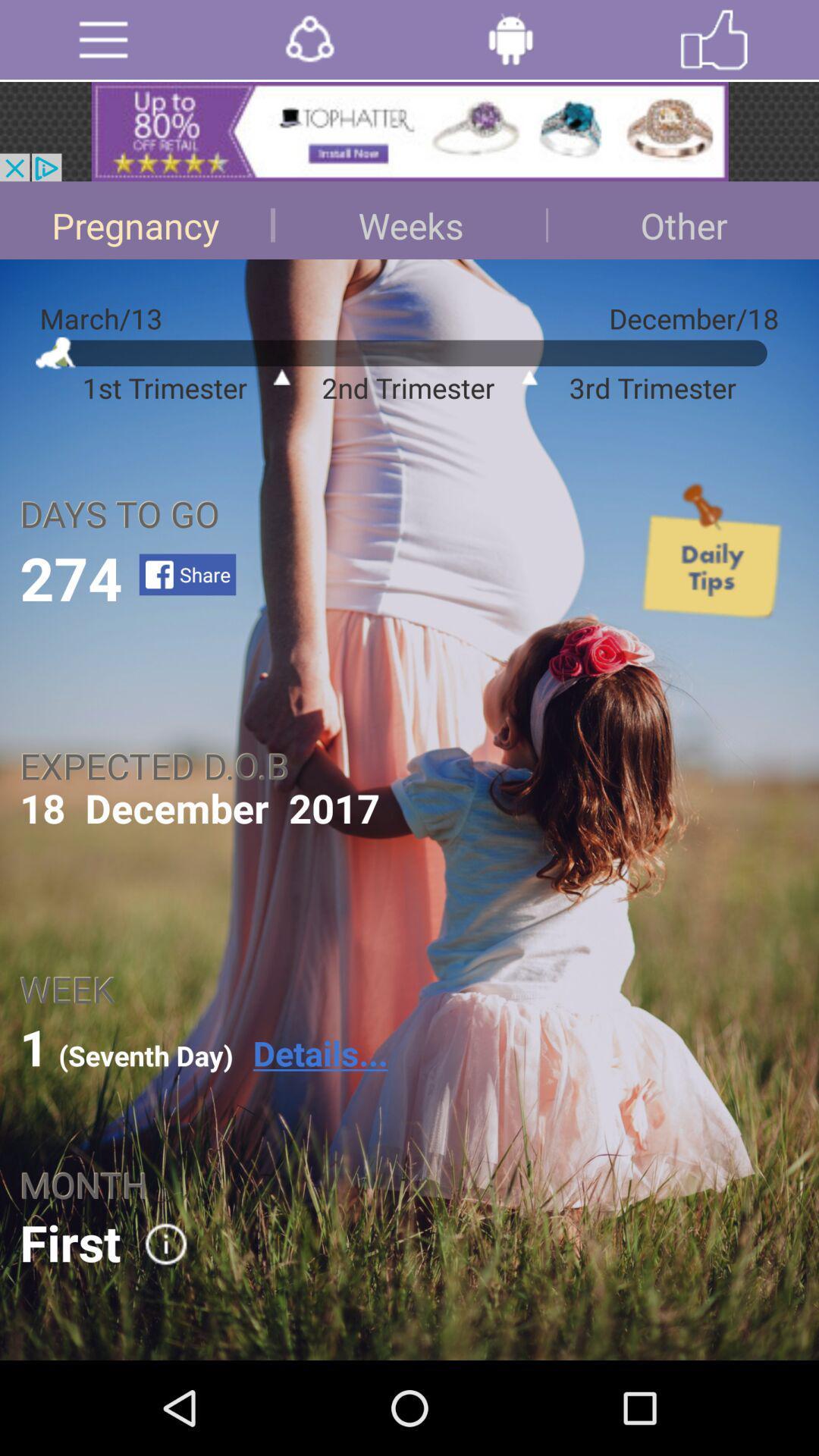 The image size is (819, 1456). What do you see at coordinates (714, 39) in the screenshot?
I see `win option` at bounding box center [714, 39].